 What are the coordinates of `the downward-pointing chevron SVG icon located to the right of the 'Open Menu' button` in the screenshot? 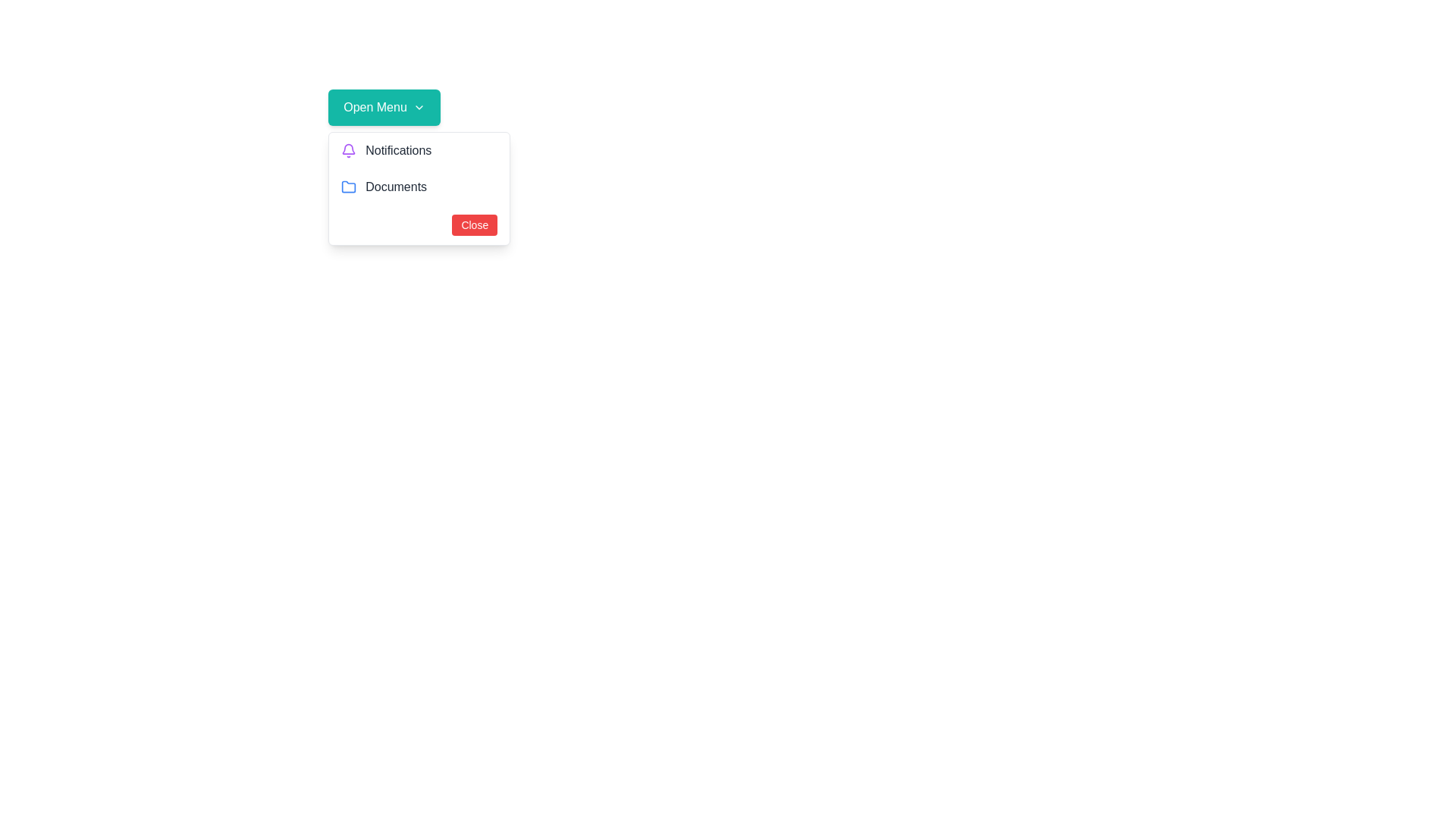 It's located at (419, 107).